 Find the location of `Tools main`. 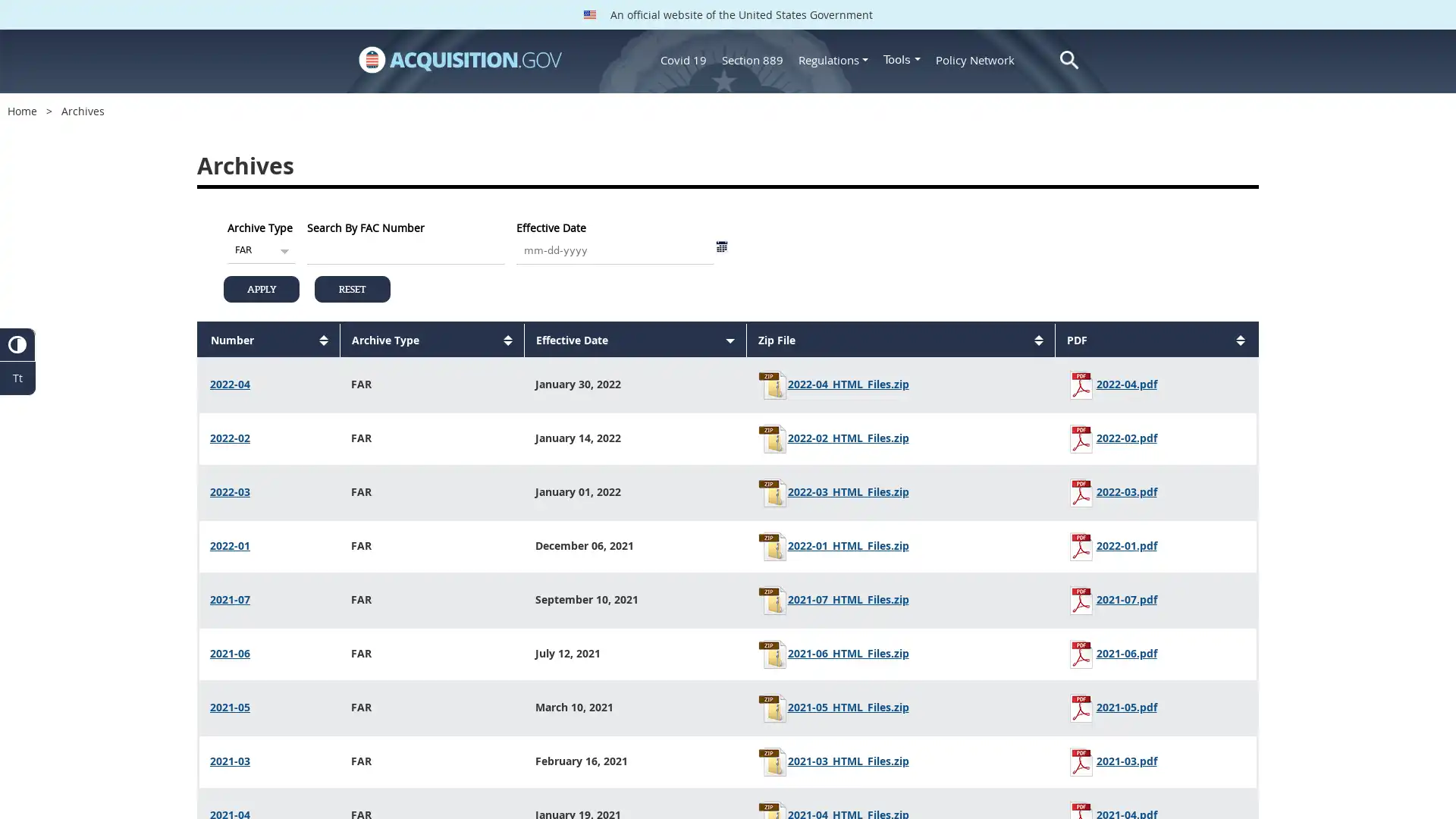

Tools main is located at coordinates (902, 58).